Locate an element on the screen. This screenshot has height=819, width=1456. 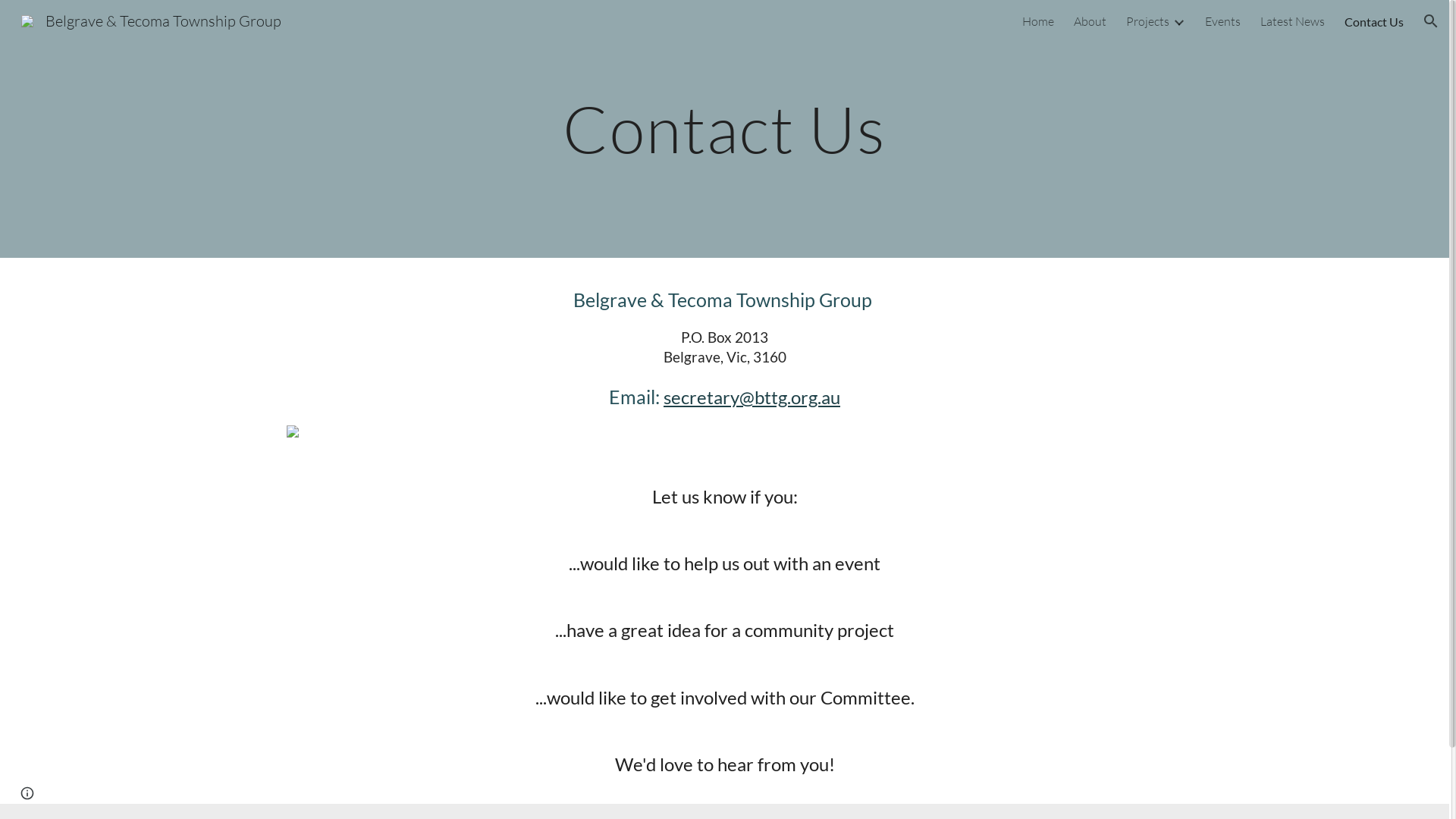
'Expand/Collapse' is located at coordinates (1171, 20).